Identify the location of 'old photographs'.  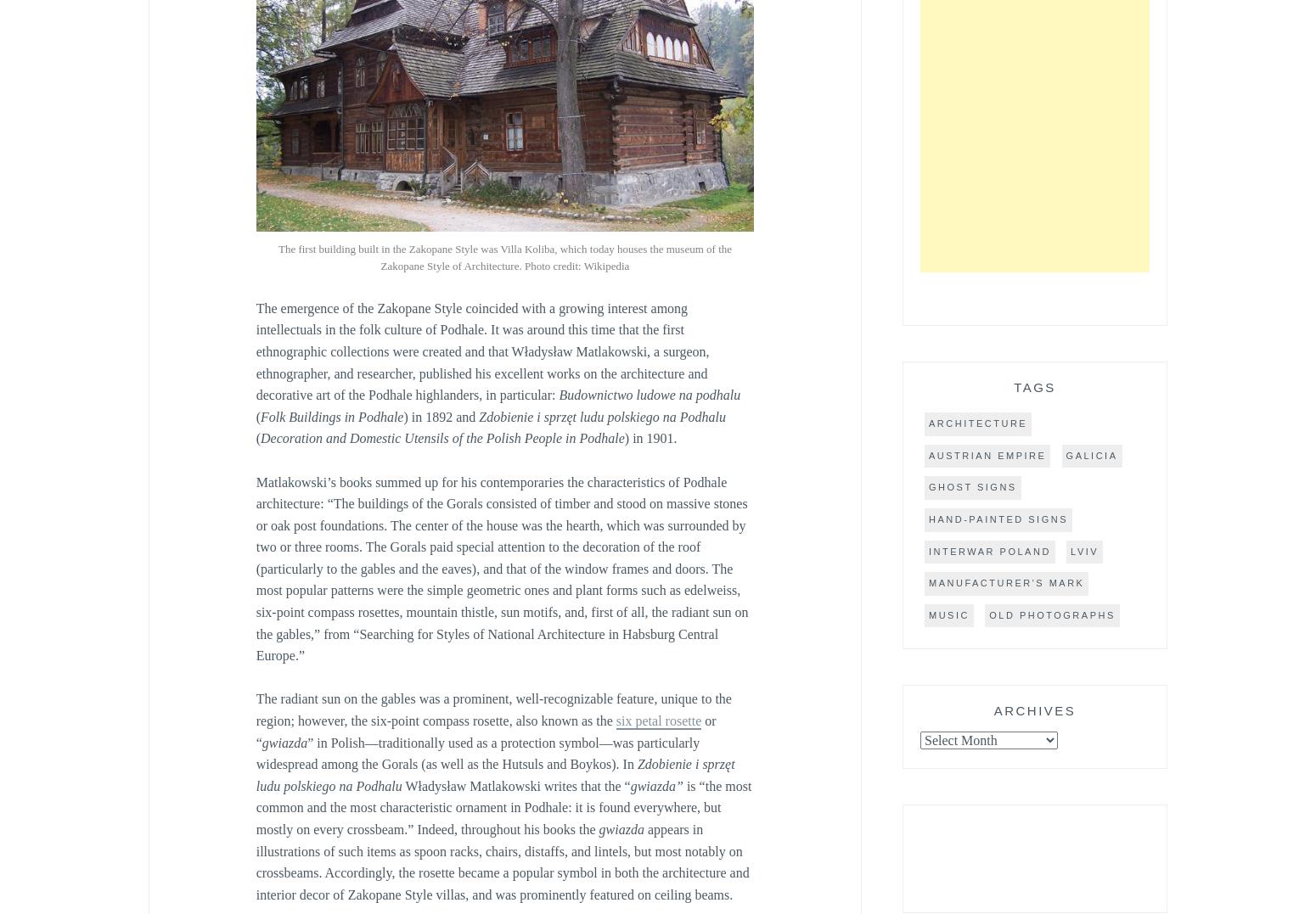
(1052, 614).